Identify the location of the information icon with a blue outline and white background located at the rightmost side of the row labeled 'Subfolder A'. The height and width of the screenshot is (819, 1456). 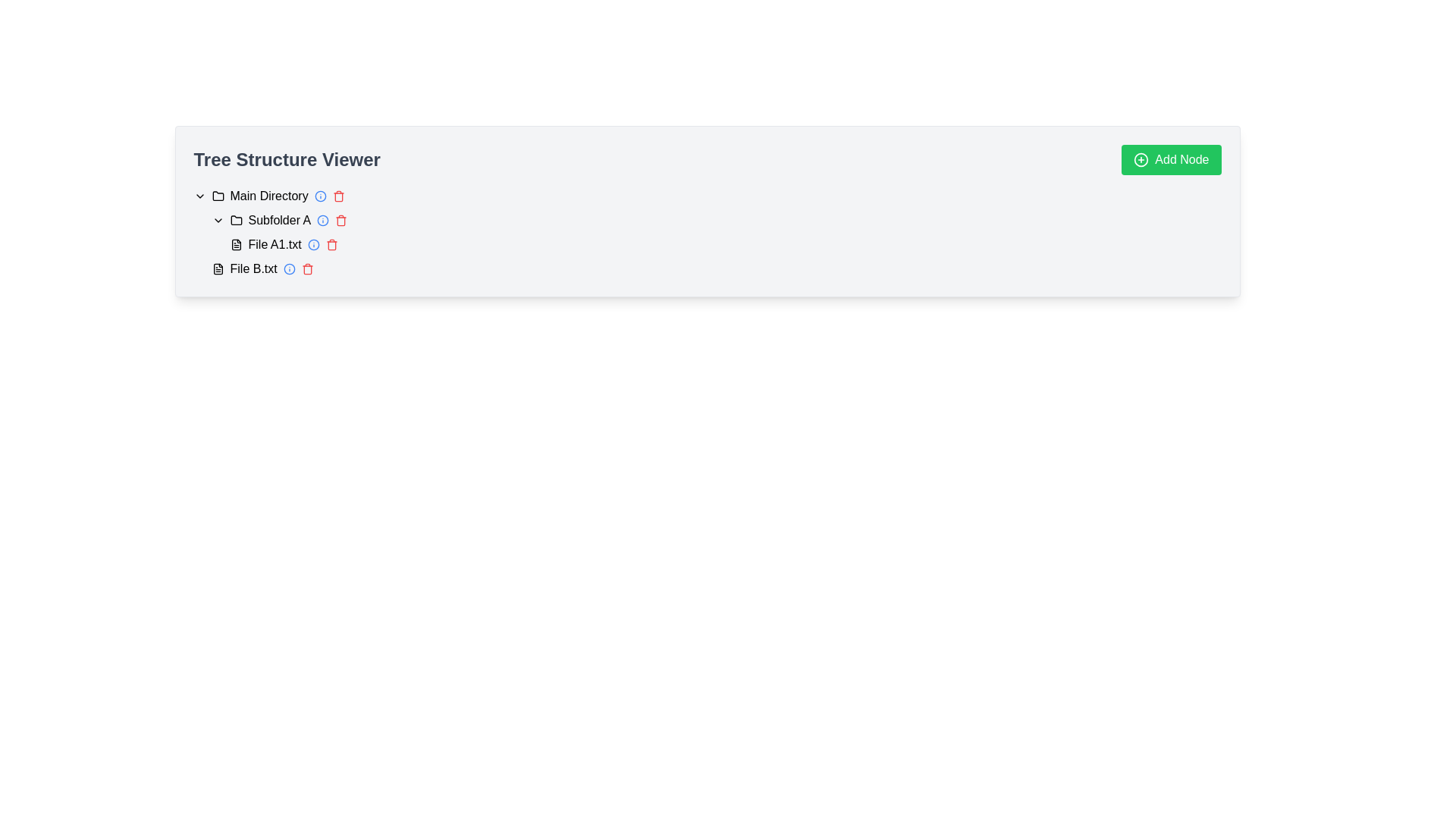
(322, 220).